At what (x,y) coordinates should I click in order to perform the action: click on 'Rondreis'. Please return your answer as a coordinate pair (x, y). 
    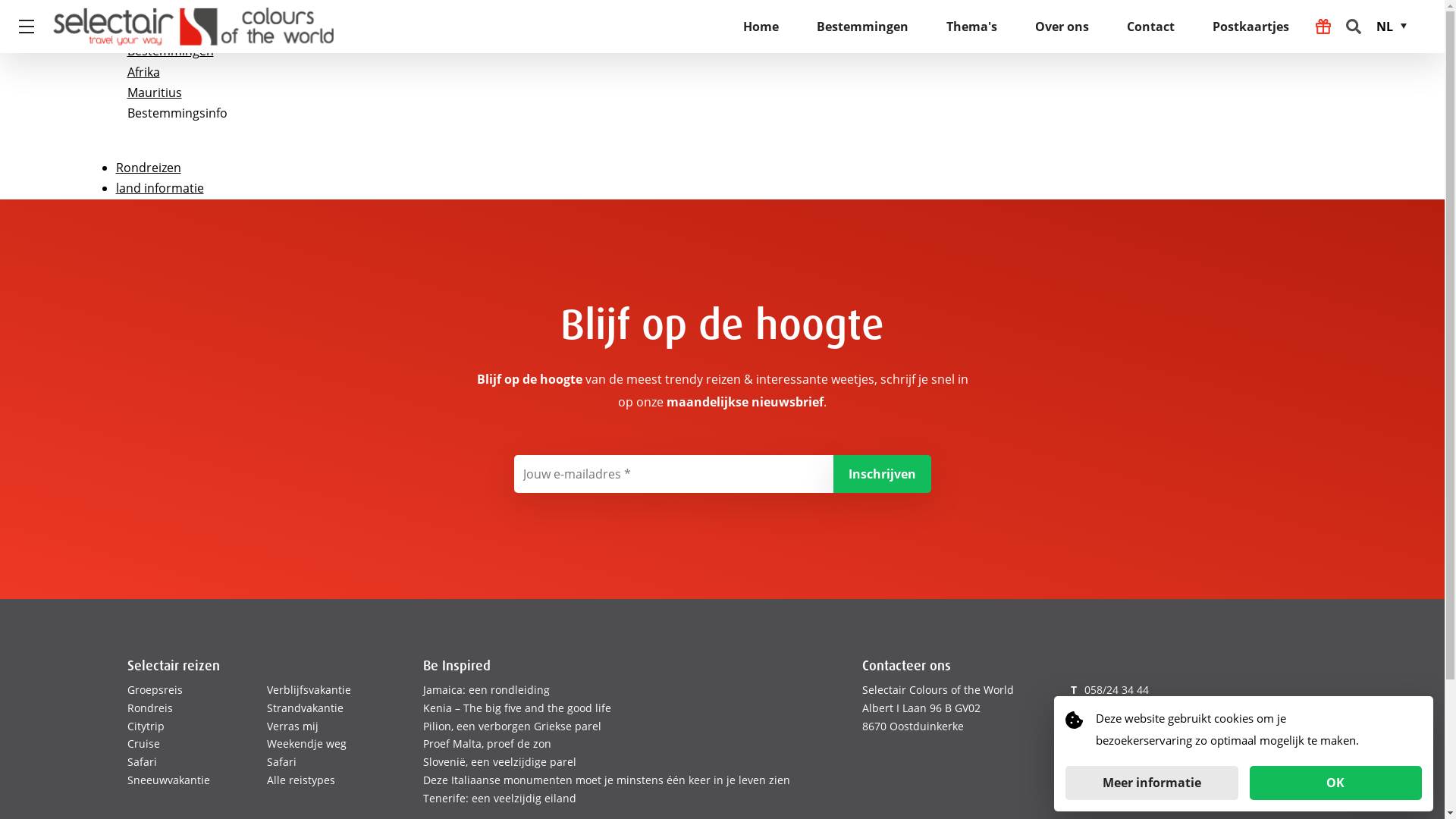
    Looking at the image, I should click on (149, 708).